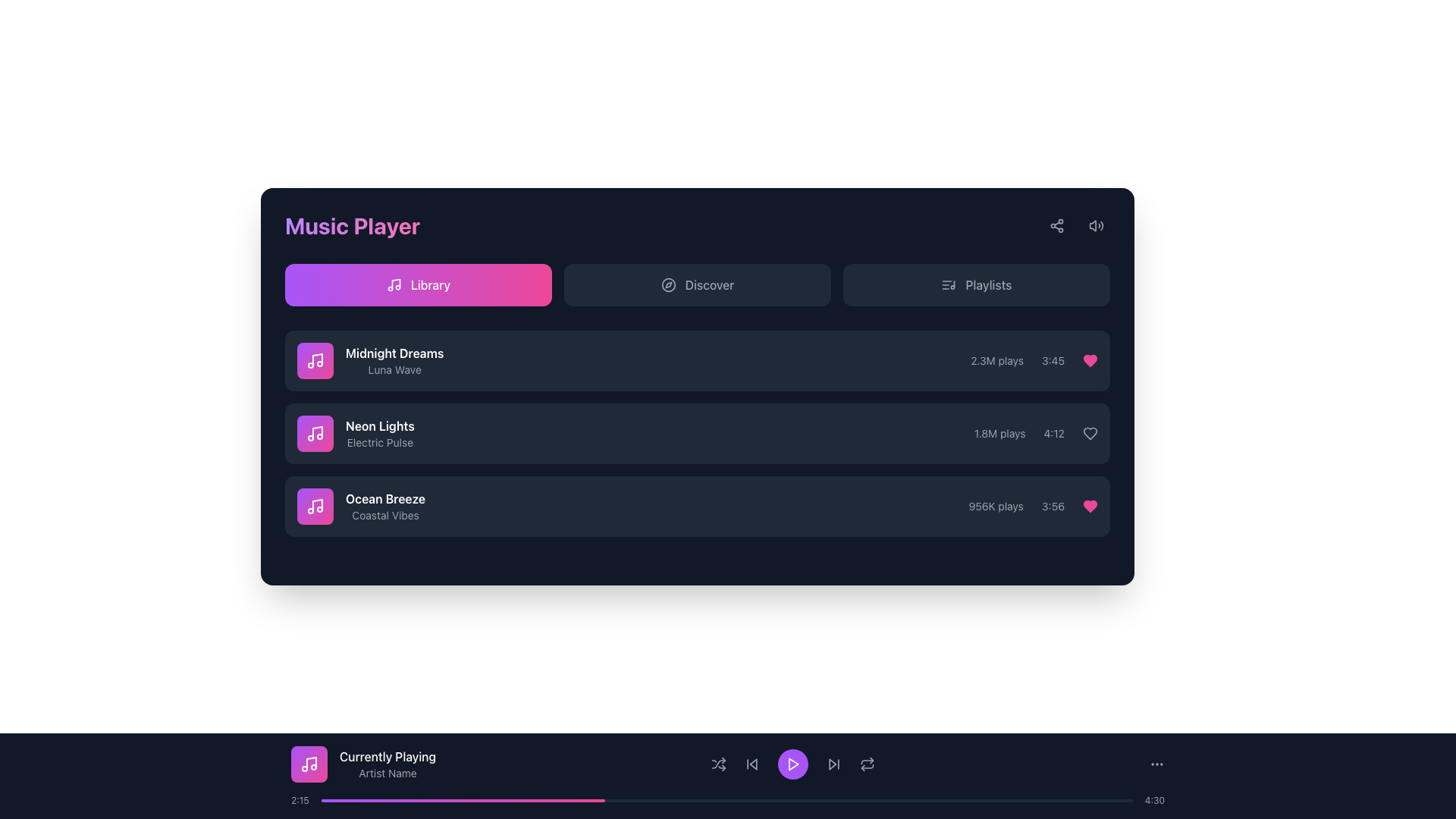 The image size is (1456, 819). I want to click on the text label indicating the current playback time, which is positioned to the far left of the playback controls section, so click(300, 800).